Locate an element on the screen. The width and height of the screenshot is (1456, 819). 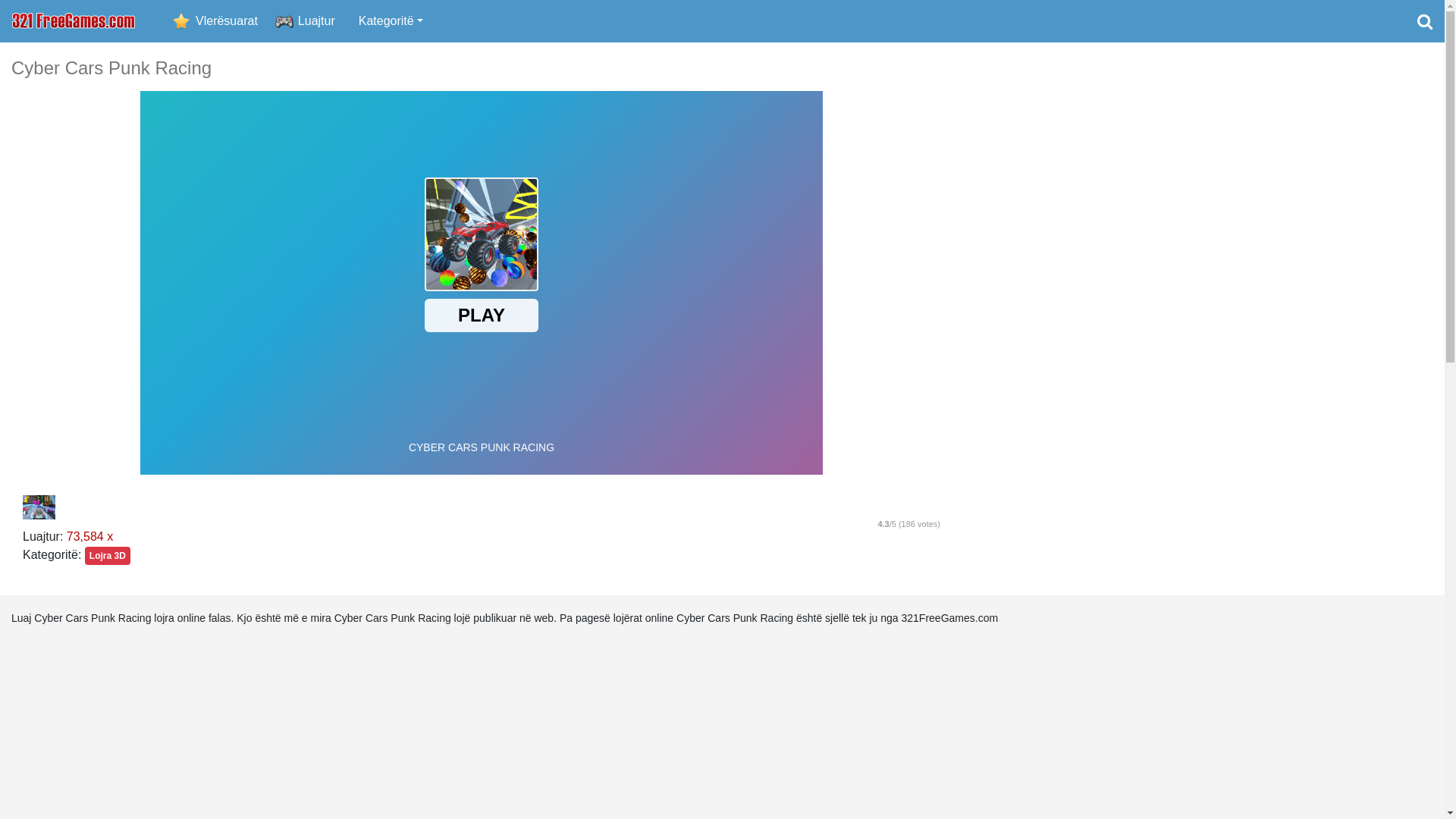
'Lojra 3D' is located at coordinates (107, 555).